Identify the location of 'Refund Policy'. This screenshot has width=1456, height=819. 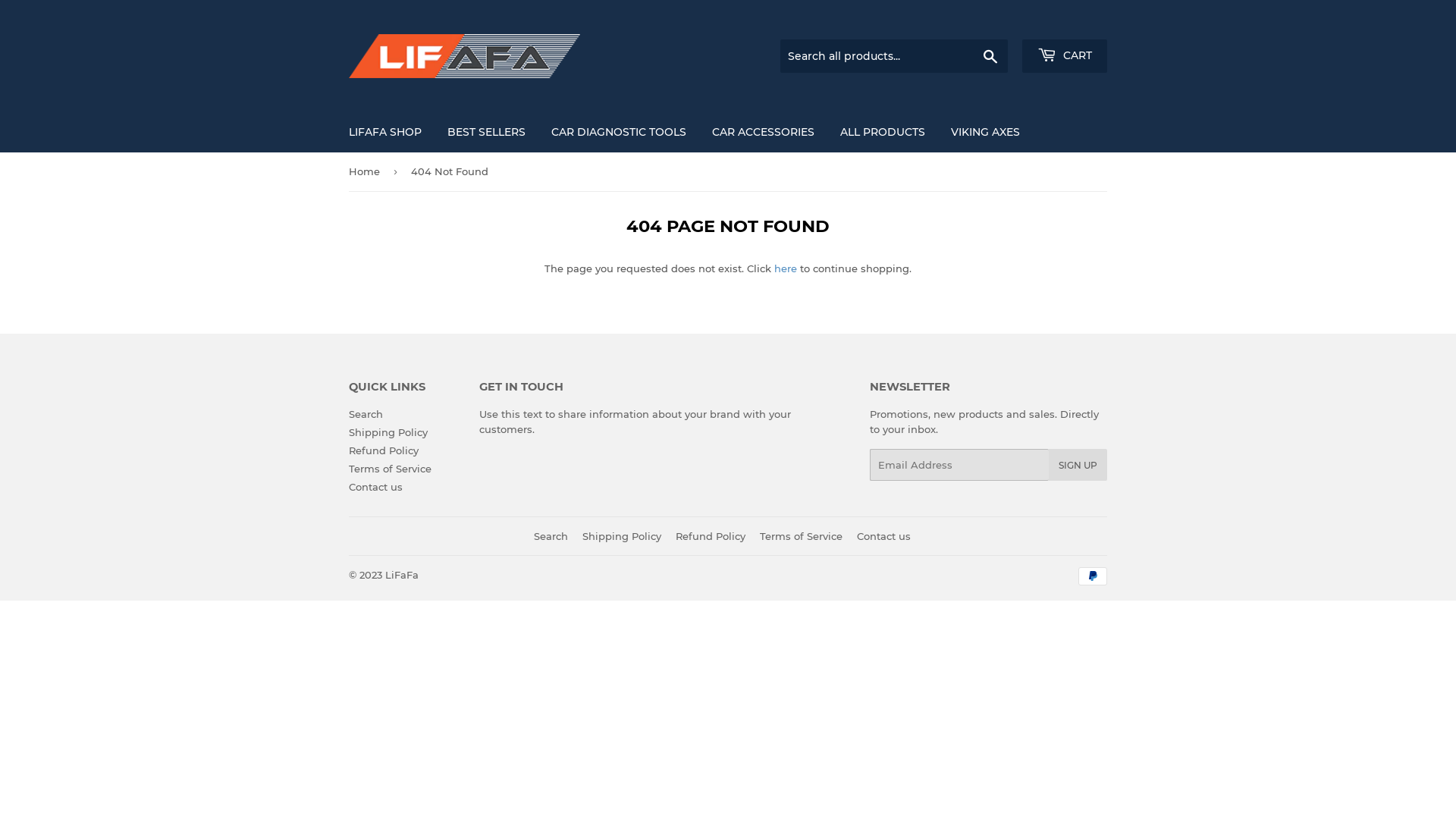
(383, 450).